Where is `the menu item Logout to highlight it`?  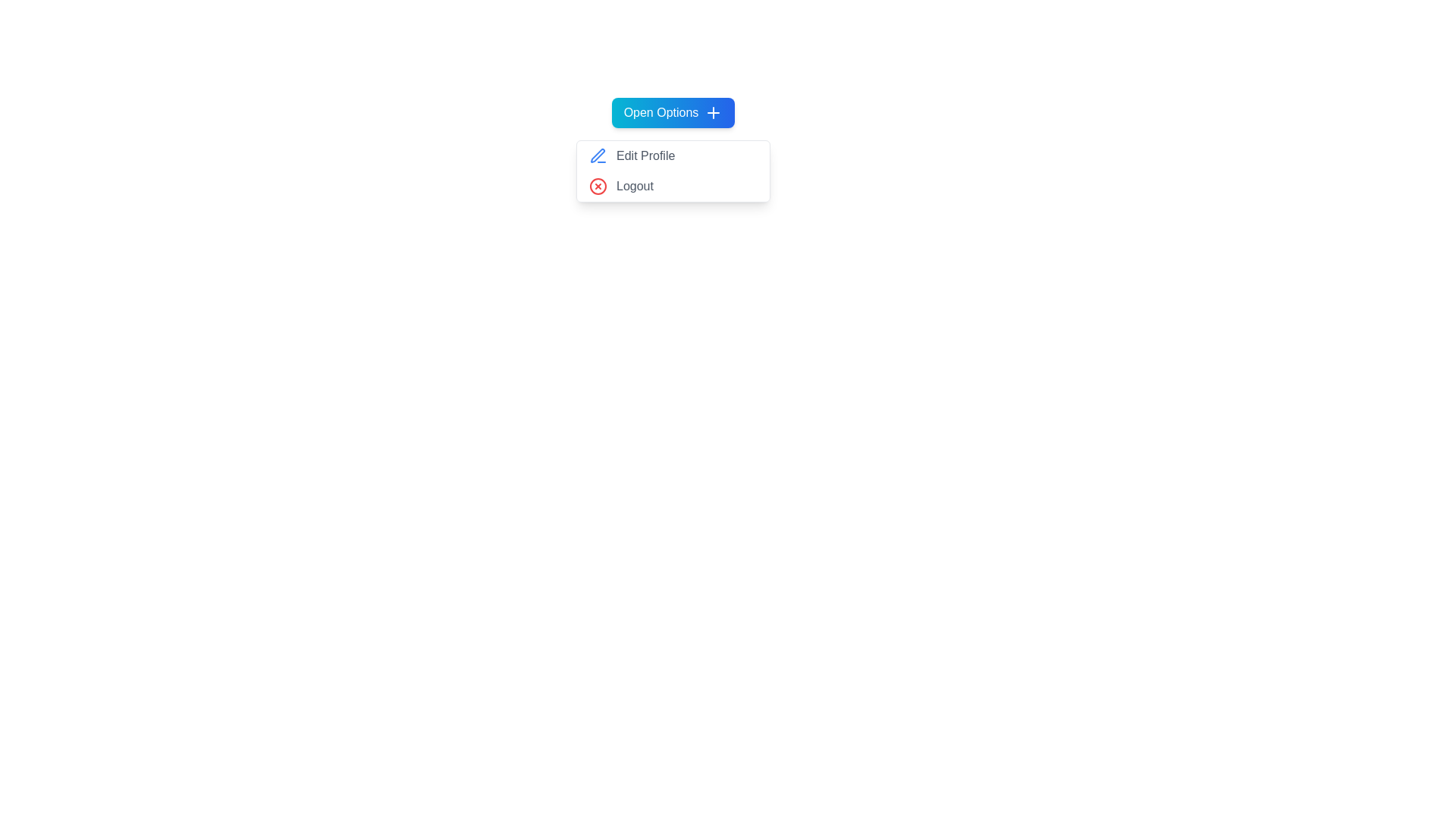
the menu item Logout to highlight it is located at coordinates (673, 186).